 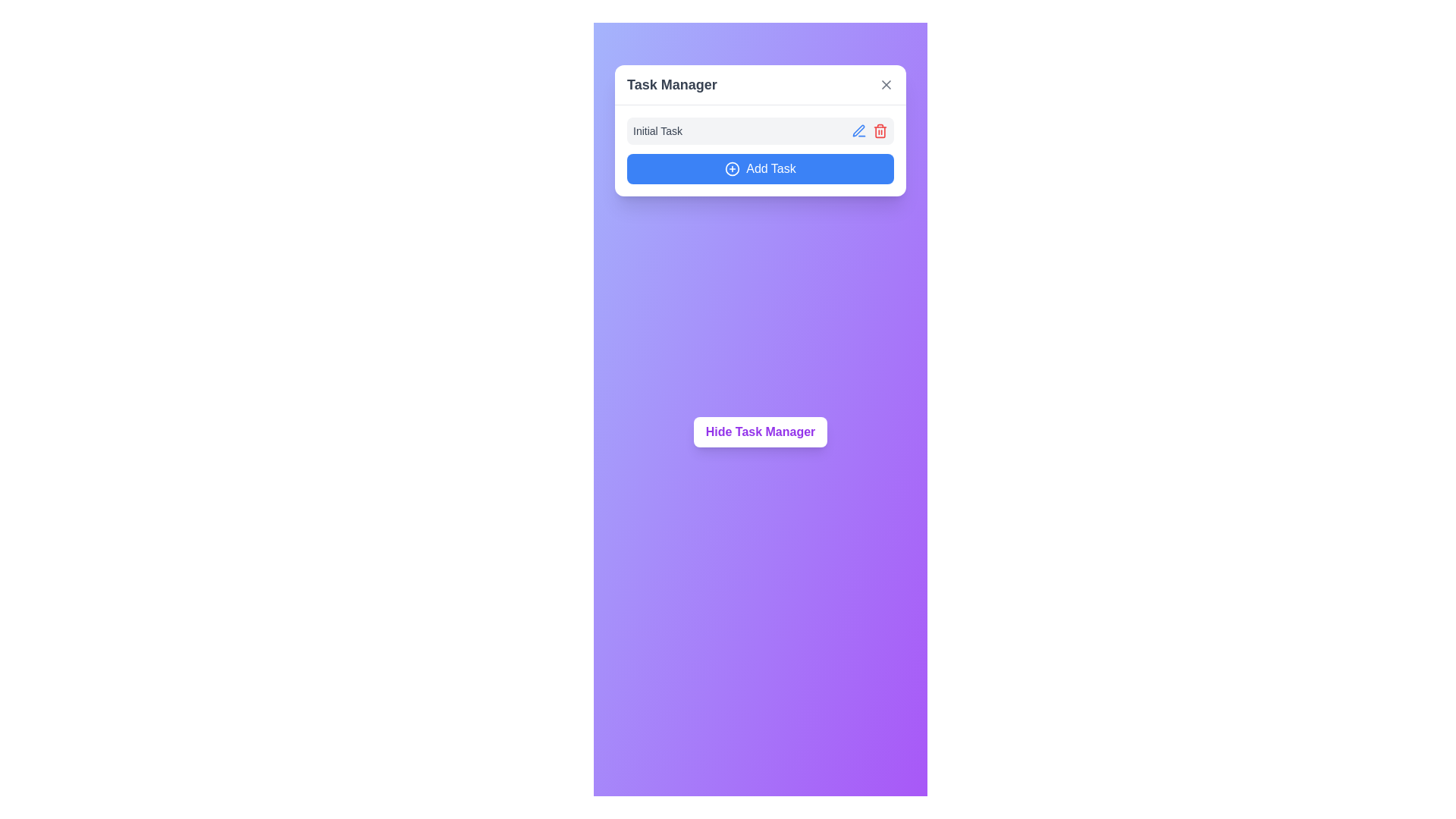 What do you see at coordinates (886, 84) in the screenshot?
I see `the small gray 'X' icon in the upper-right corner of the 'Task Manager' header to change its color to red` at bounding box center [886, 84].